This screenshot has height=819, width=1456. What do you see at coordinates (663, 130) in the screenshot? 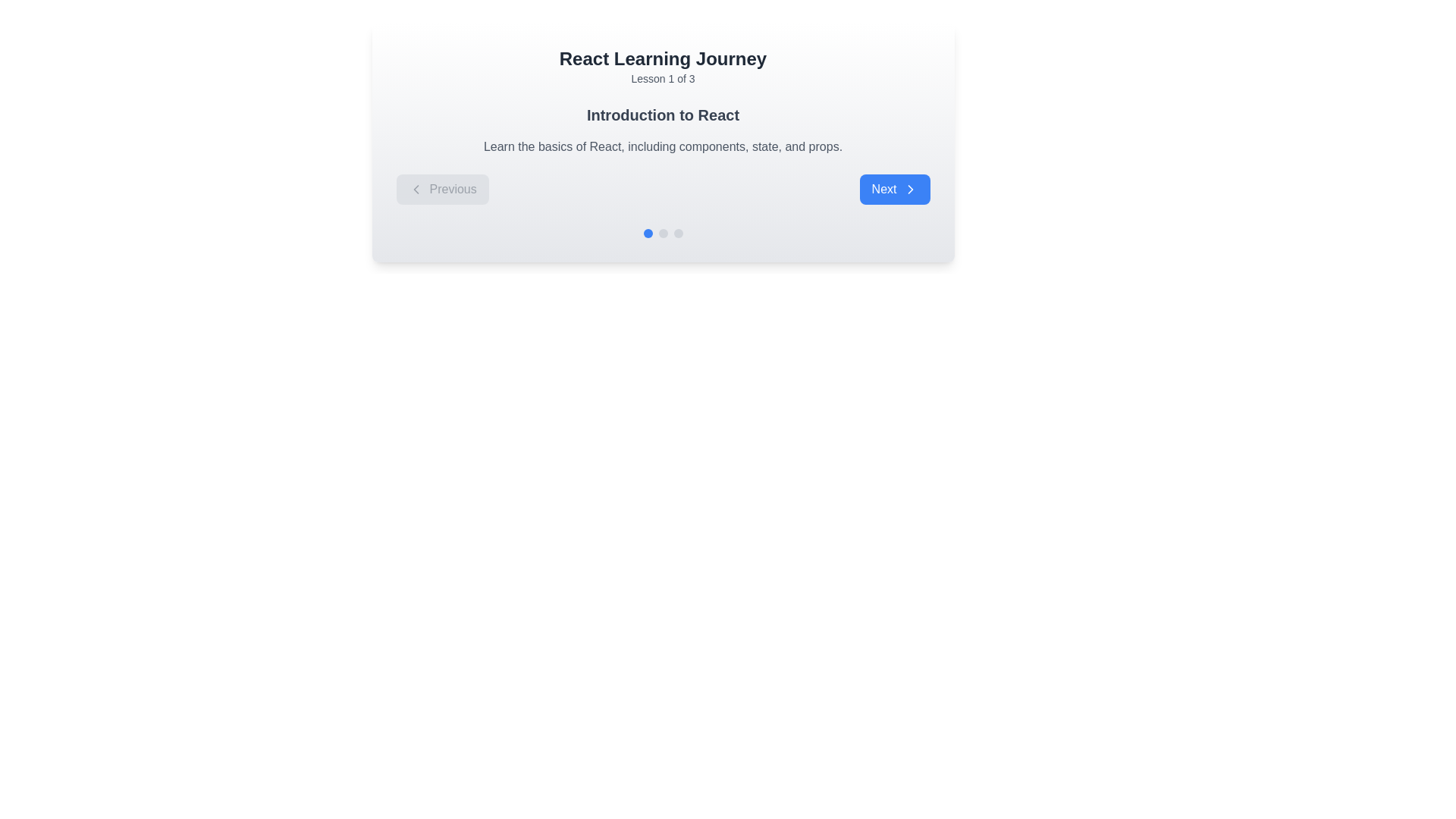
I see `the Informational block titled 'Introduction to React', which includes the description 'Learn the basics of React, including components, state, and props'` at bounding box center [663, 130].